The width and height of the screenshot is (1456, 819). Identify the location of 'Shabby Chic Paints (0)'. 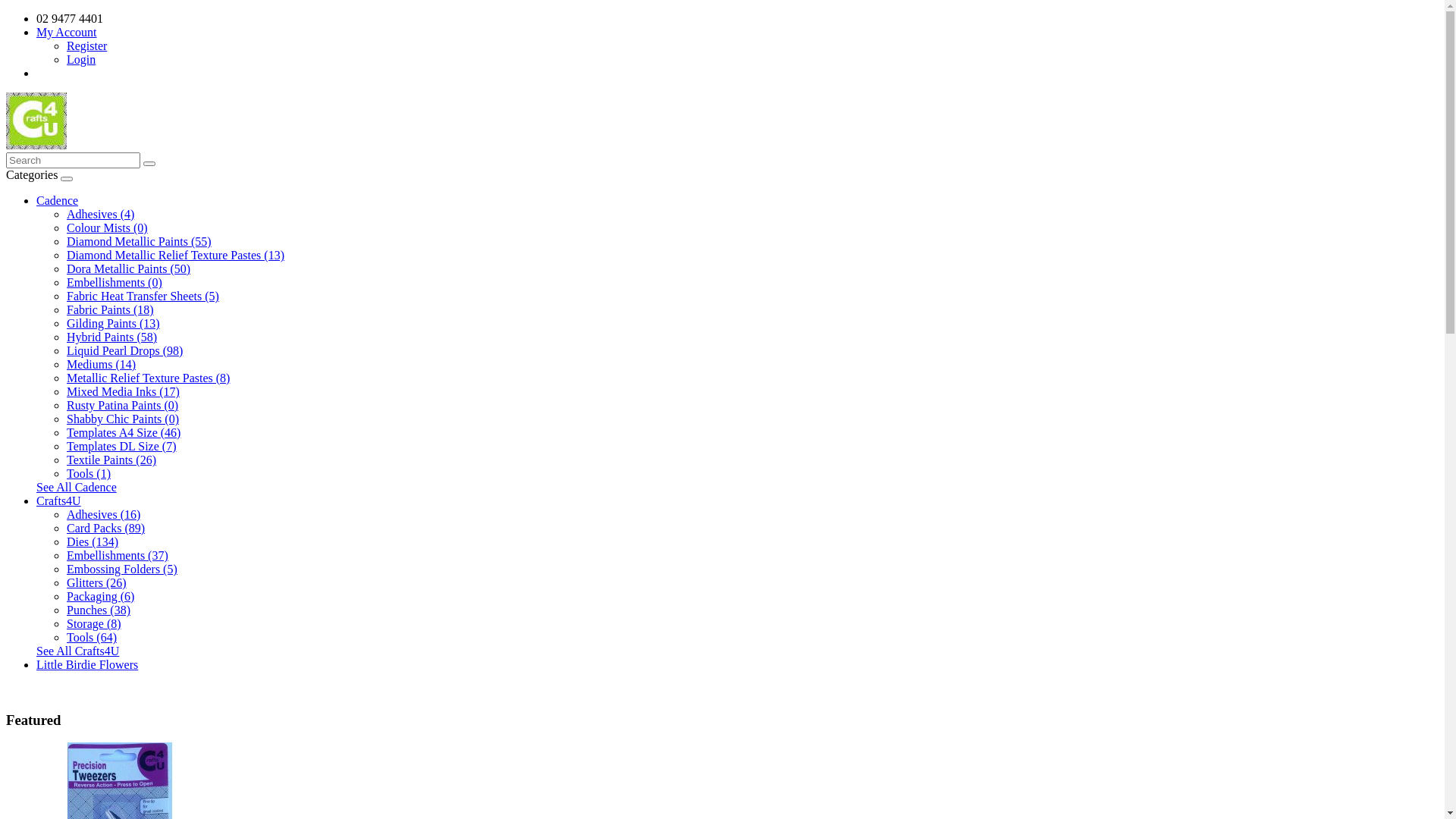
(123, 419).